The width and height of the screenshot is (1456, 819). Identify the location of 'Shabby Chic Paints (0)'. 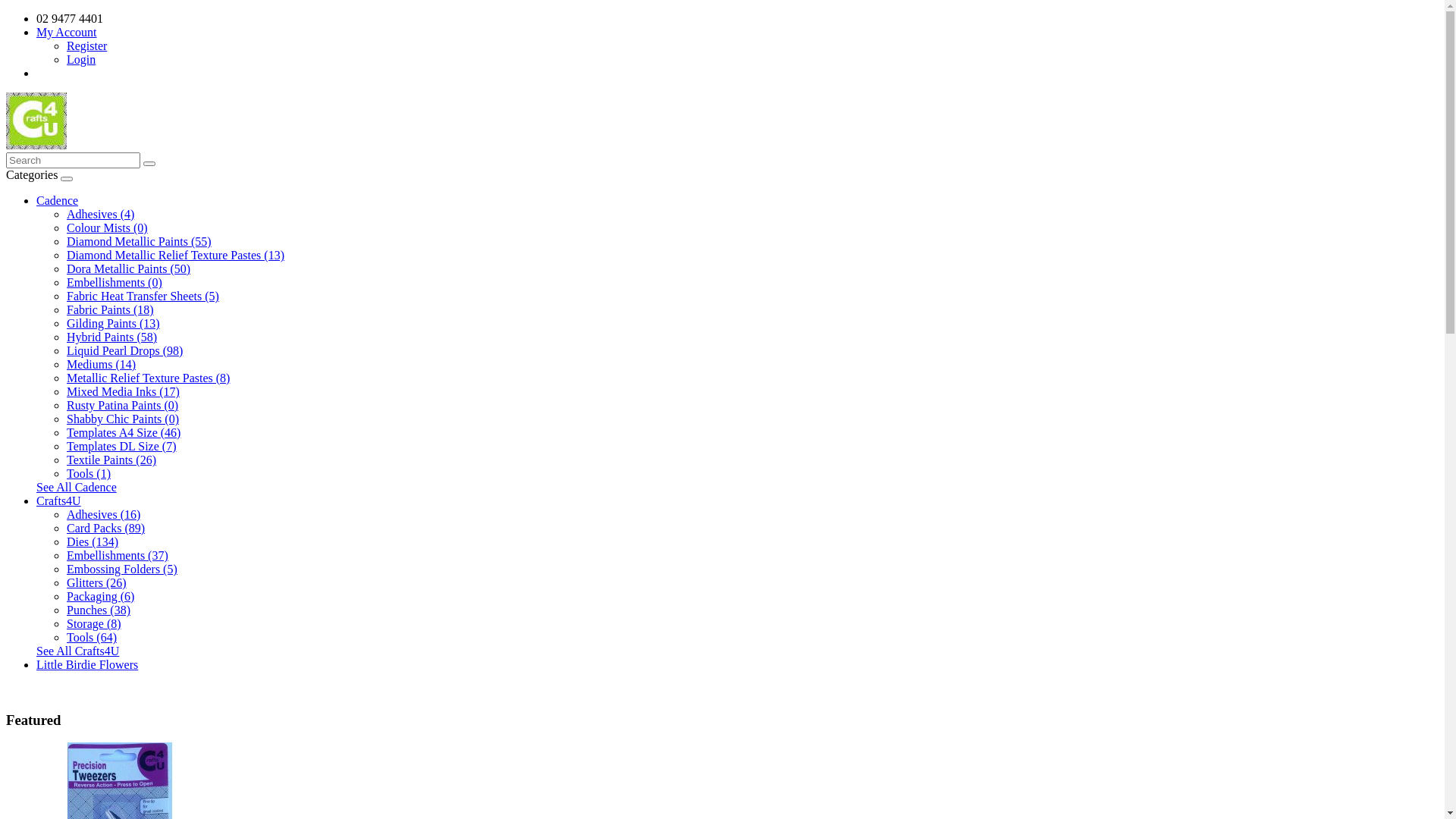
(123, 419).